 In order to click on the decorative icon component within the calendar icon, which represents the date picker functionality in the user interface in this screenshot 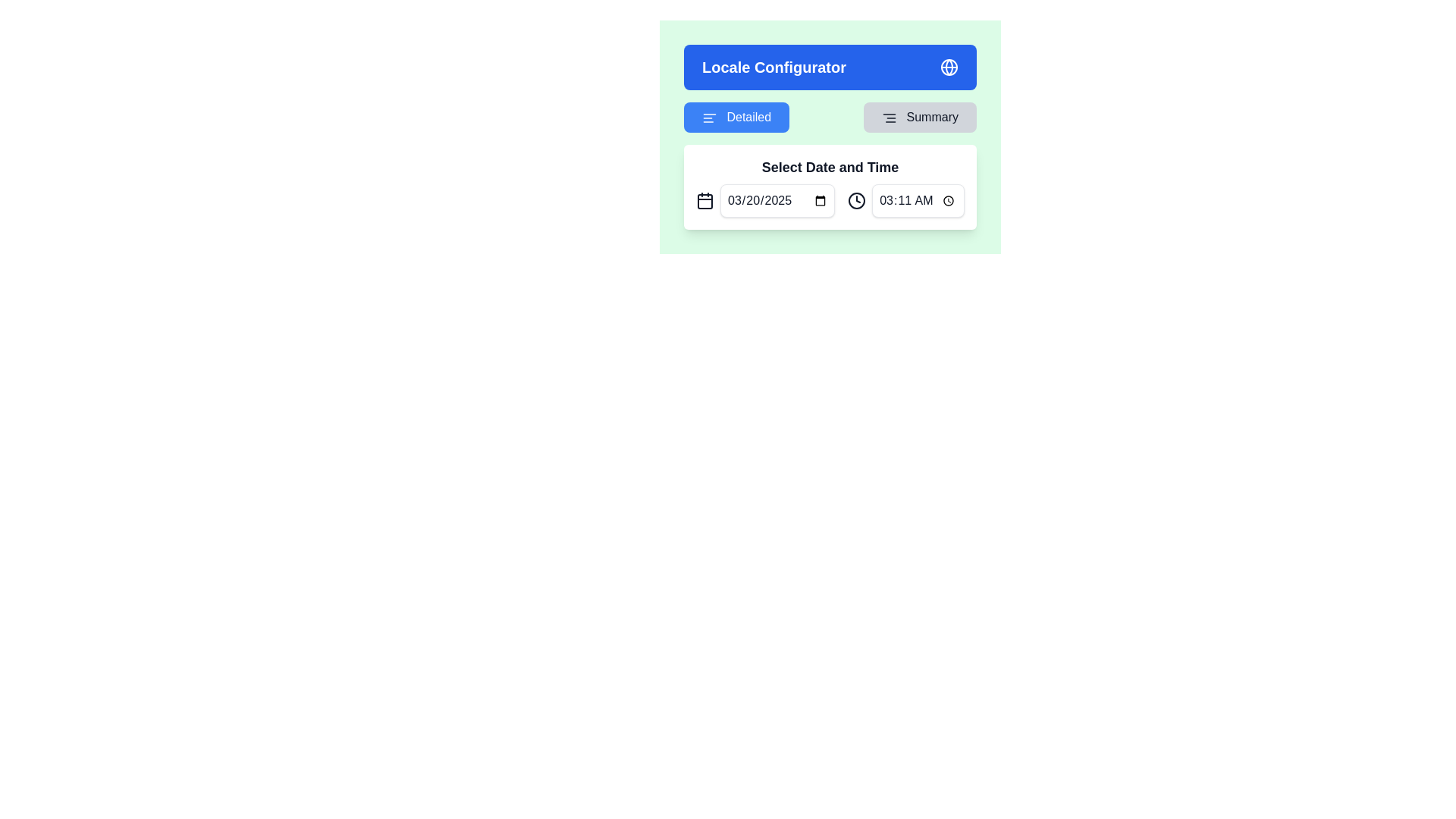, I will do `click(704, 201)`.